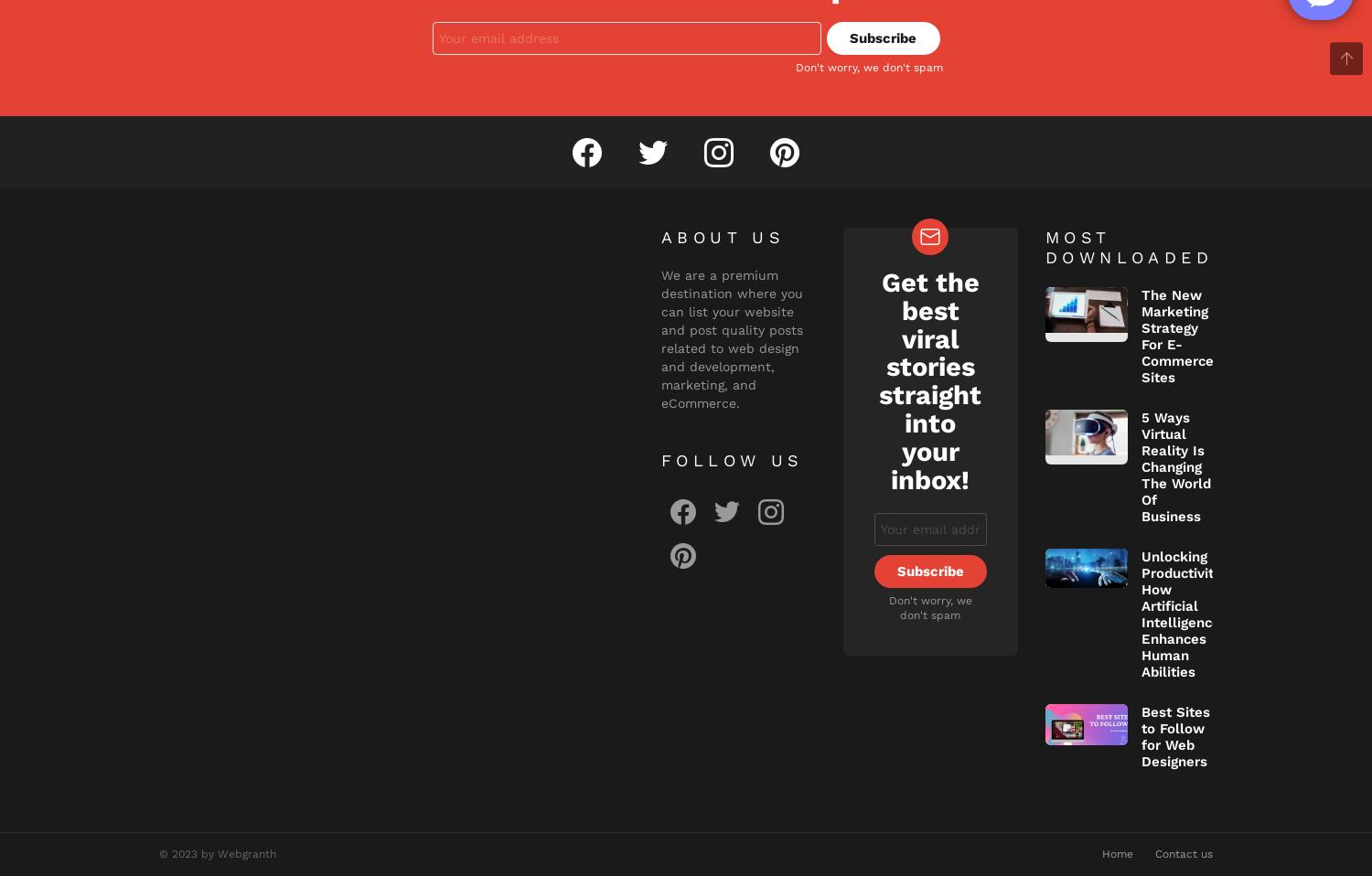 The width and height of the screenshot is (1372, 876). Describe the element at coordinates (732, 459) in the screenshot. I see `'Follow us'` at that location.